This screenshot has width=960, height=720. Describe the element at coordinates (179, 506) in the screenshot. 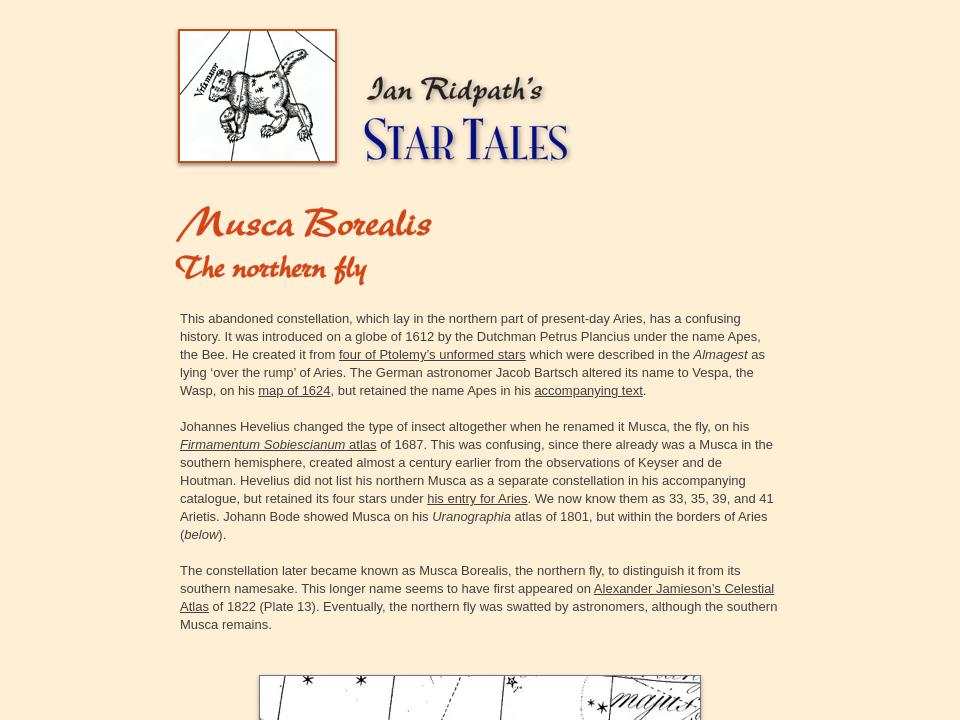

I see `'. We now know them as 33, 35, 39, and 41 Arietis. Johann Bode showed Musca on his'` at that location.